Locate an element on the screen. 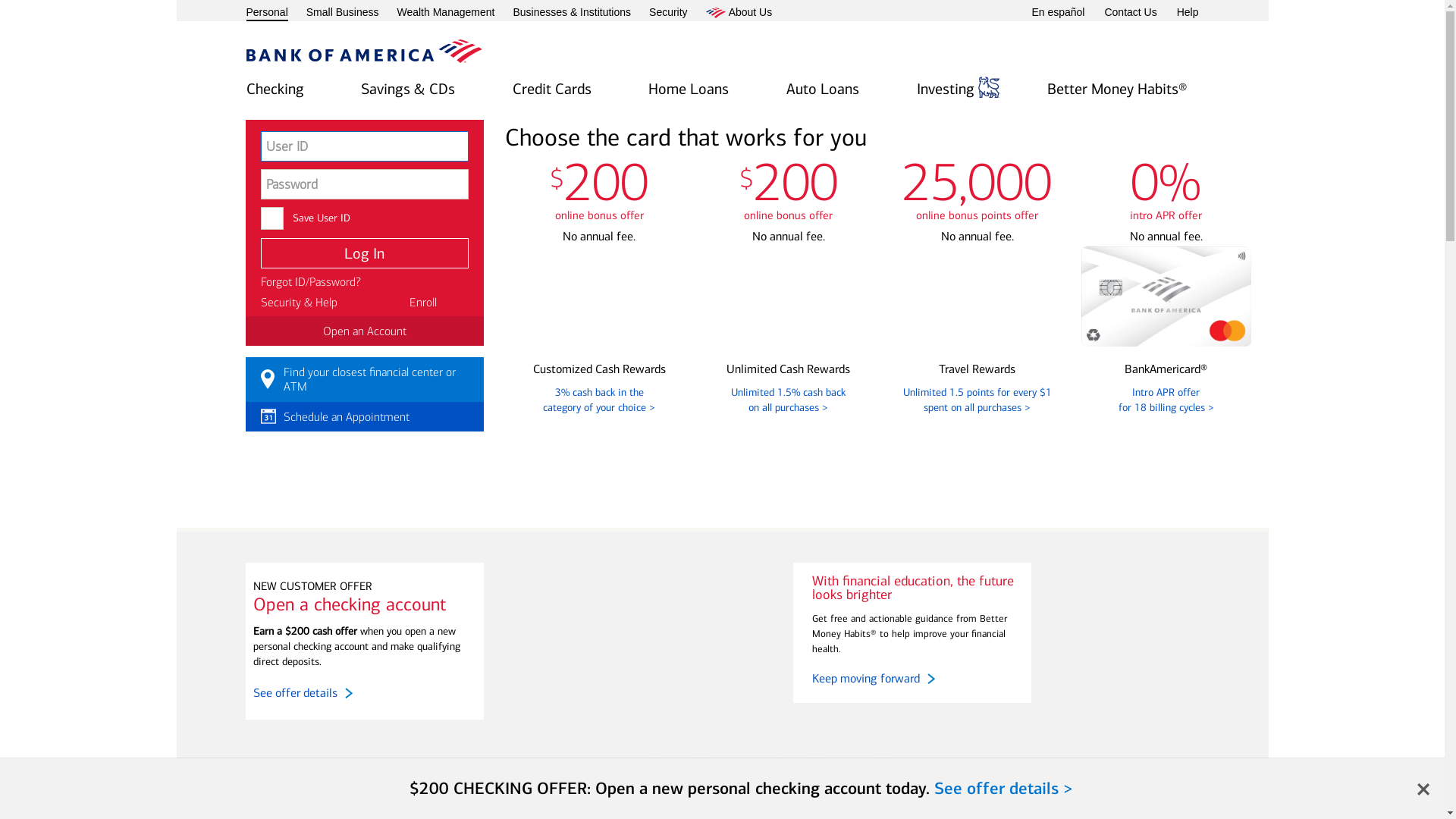 The image size is (1456, 819). 'Businesses & Institutions' is located at coordinates (570, 12).